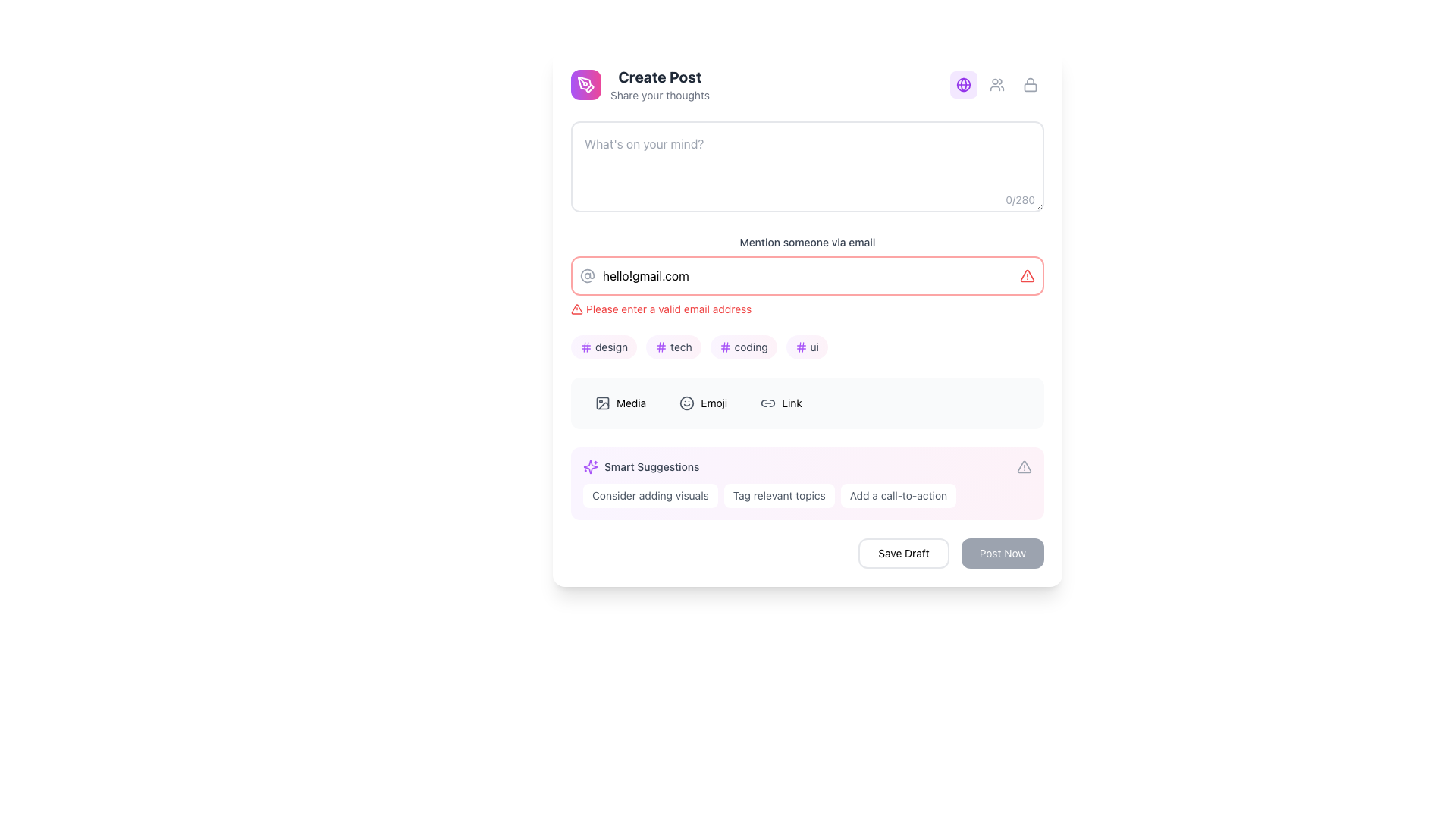  Describe the element at coordinates (589, 466) in the screenshot. I see `the central and largest star icon in the 'Smart Suggestions' section located in the lower right of the feature box` at that location.